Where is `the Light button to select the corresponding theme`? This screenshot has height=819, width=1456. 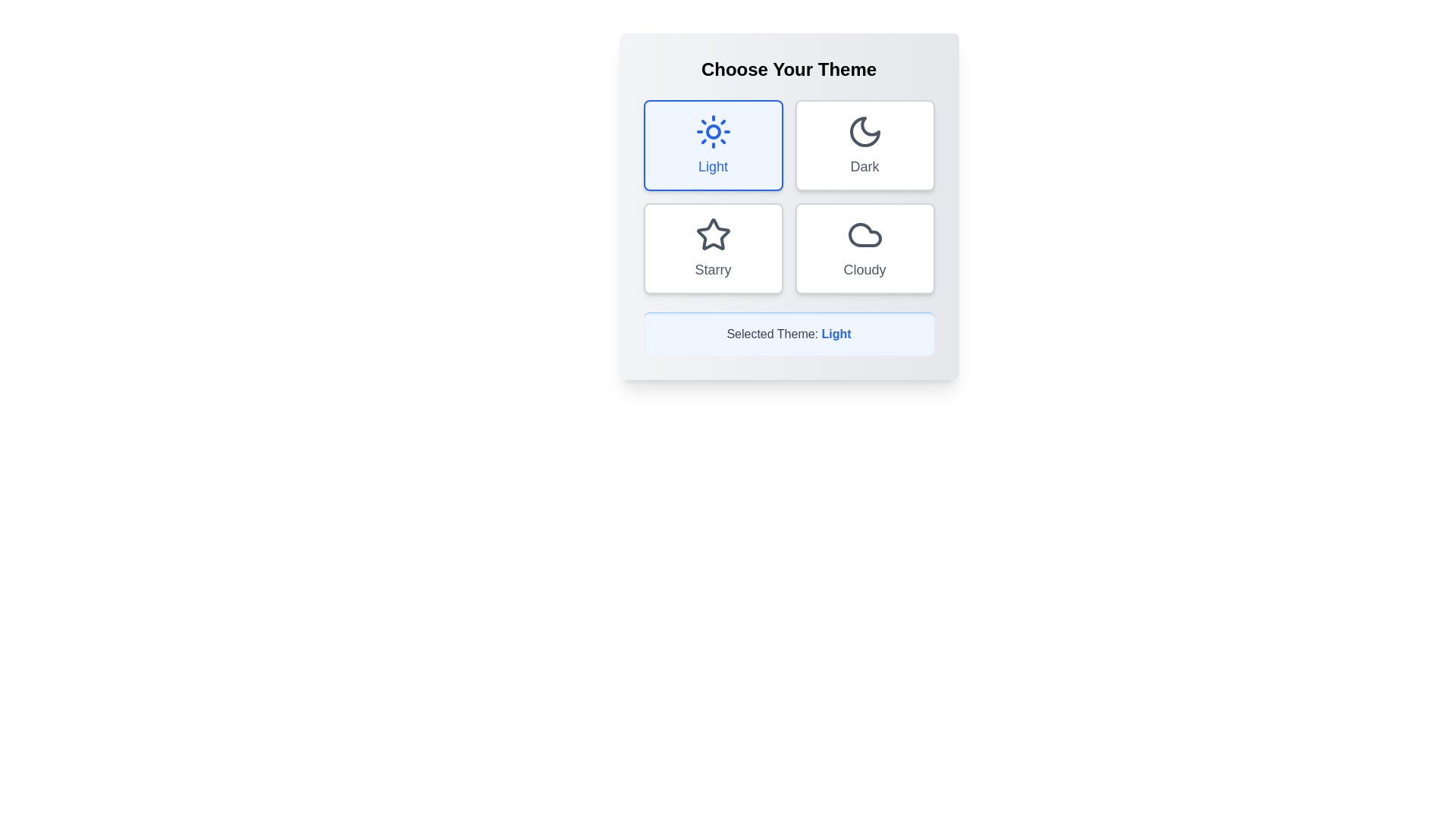 the Light button to select the corresponding theme is located at coordinates (712, 146).